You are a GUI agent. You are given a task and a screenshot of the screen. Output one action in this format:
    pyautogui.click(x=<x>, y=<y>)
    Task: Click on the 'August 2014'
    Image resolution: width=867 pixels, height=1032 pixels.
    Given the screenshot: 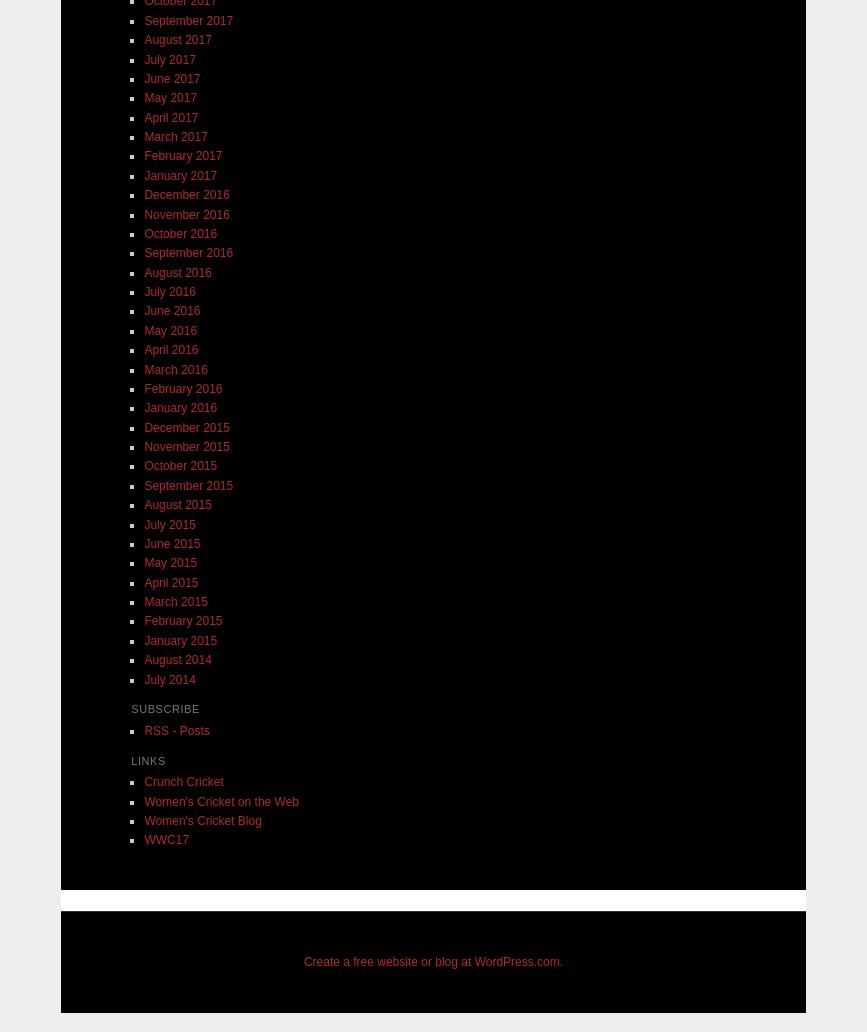 What is the action you would take?
    pyautogui.click(x=177, y=658)
    